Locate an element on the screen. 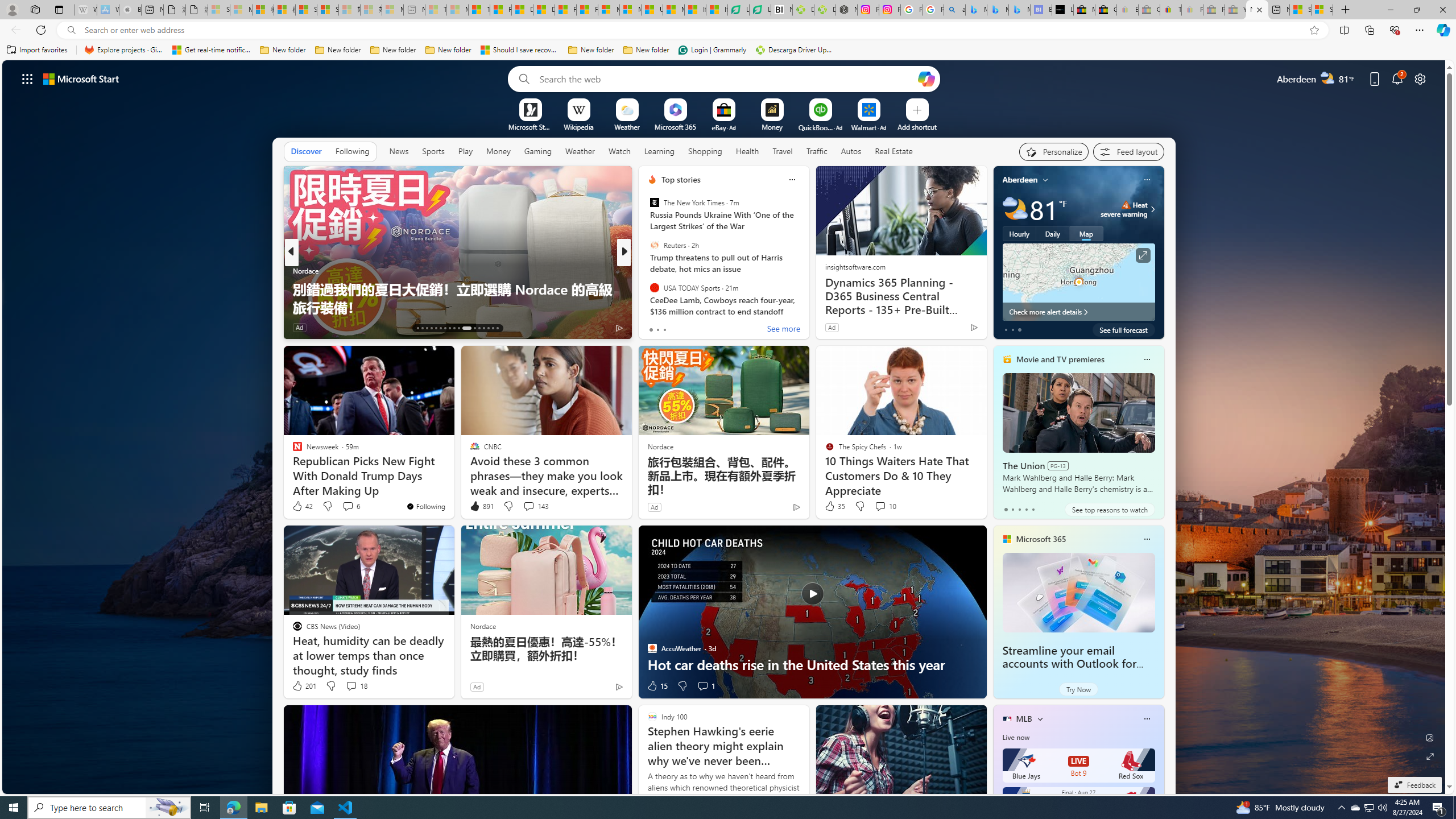 The image size is (1456, 819). 'The New York Times' is located at coordinates (653, 202).